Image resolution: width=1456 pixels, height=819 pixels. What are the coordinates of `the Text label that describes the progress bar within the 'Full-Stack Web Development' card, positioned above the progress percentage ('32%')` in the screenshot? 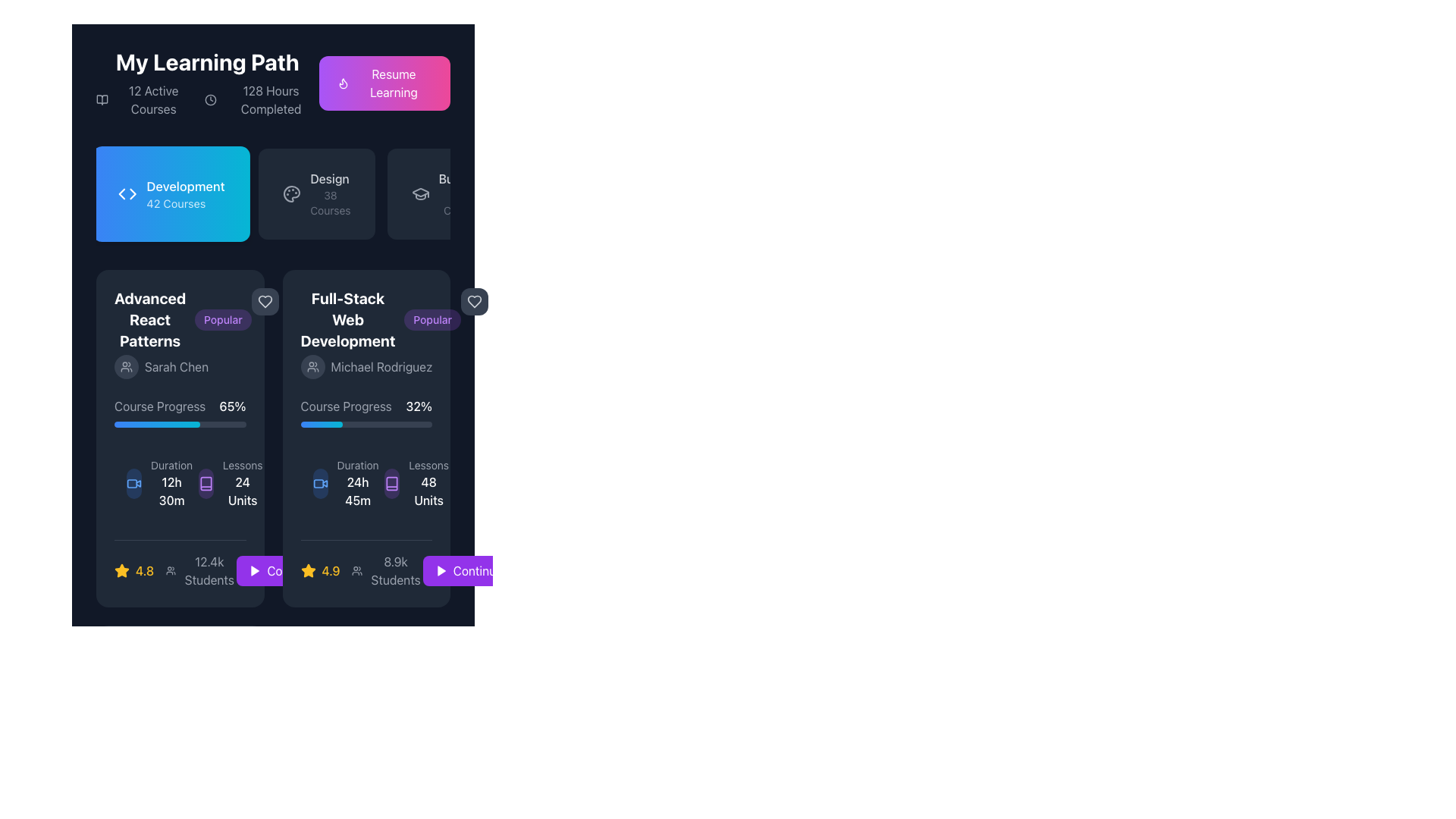 It's located at (345, 406).